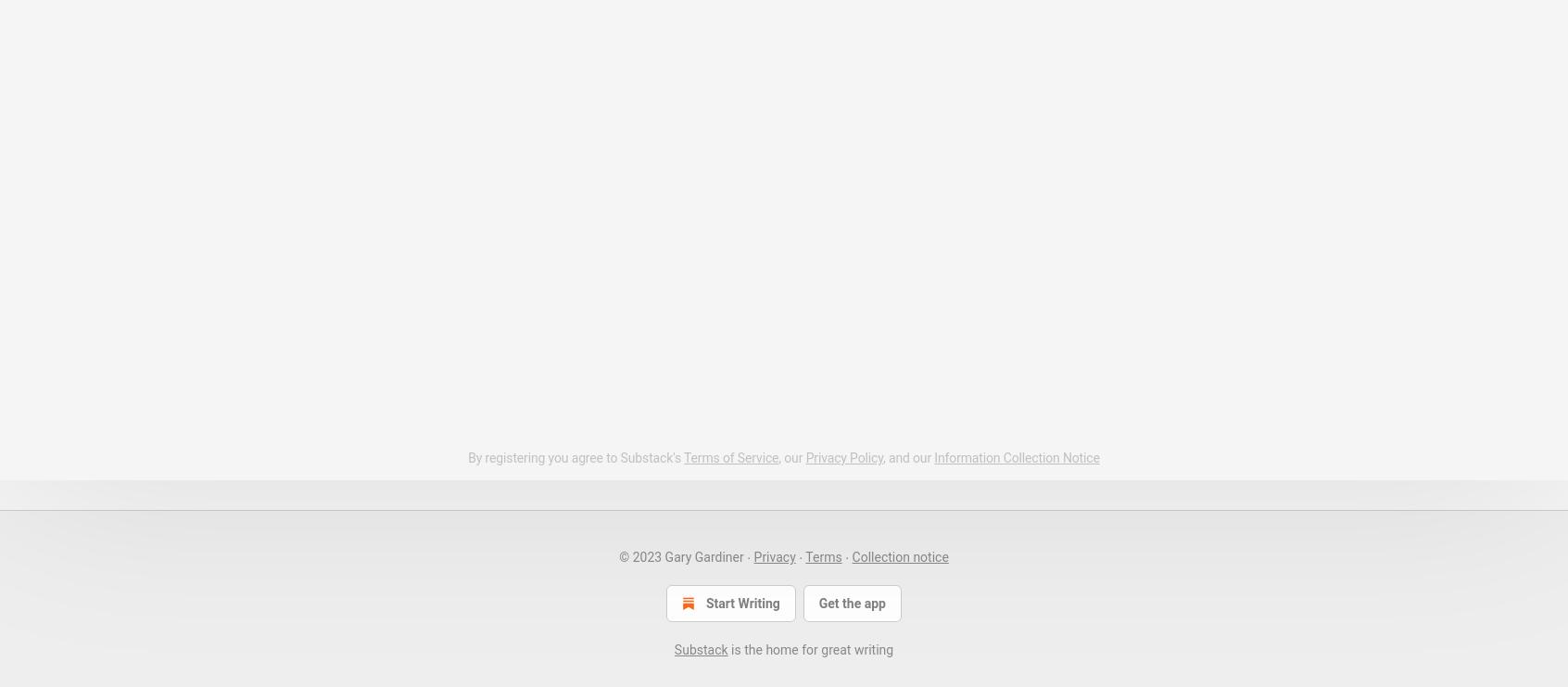  What do you see at coordinates (900, 554) in the screenshot?
I see `'Collection notice'` at bounding box center [900, 554].